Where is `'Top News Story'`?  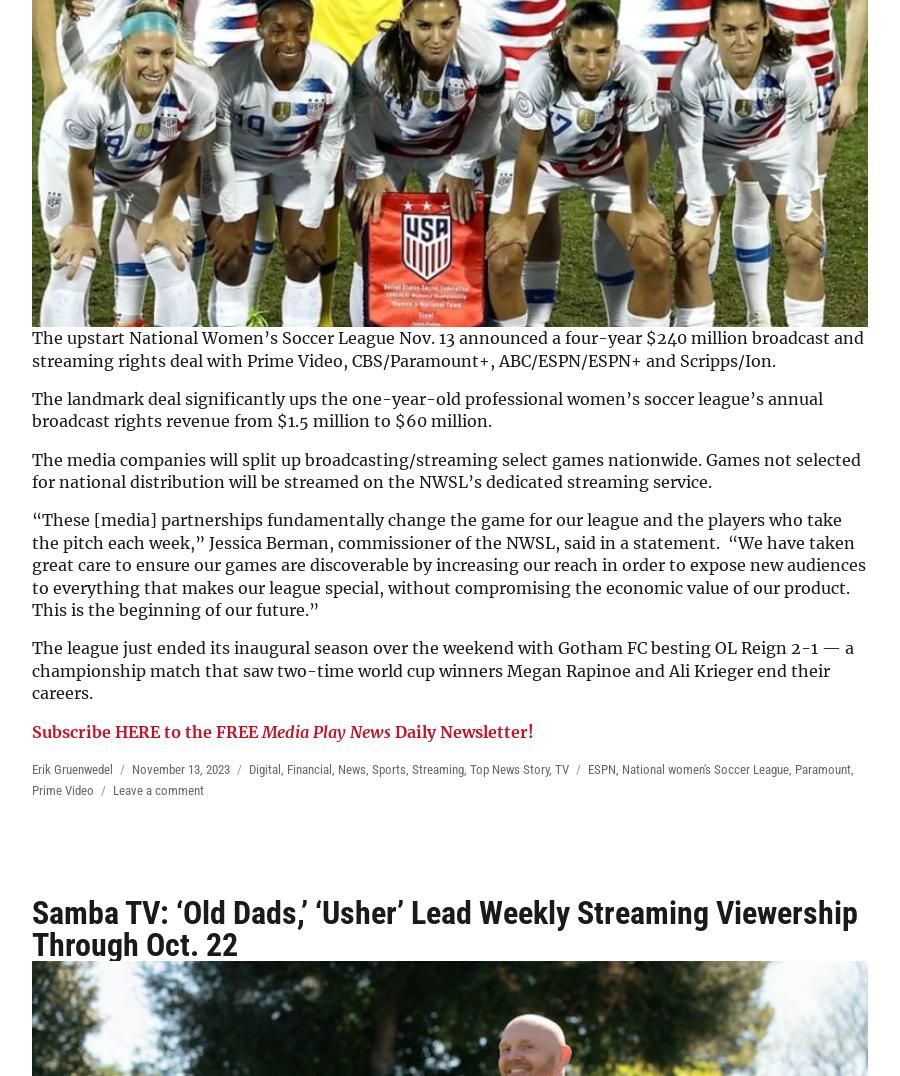 'Top News Story' is located at coordinates (508, 769).